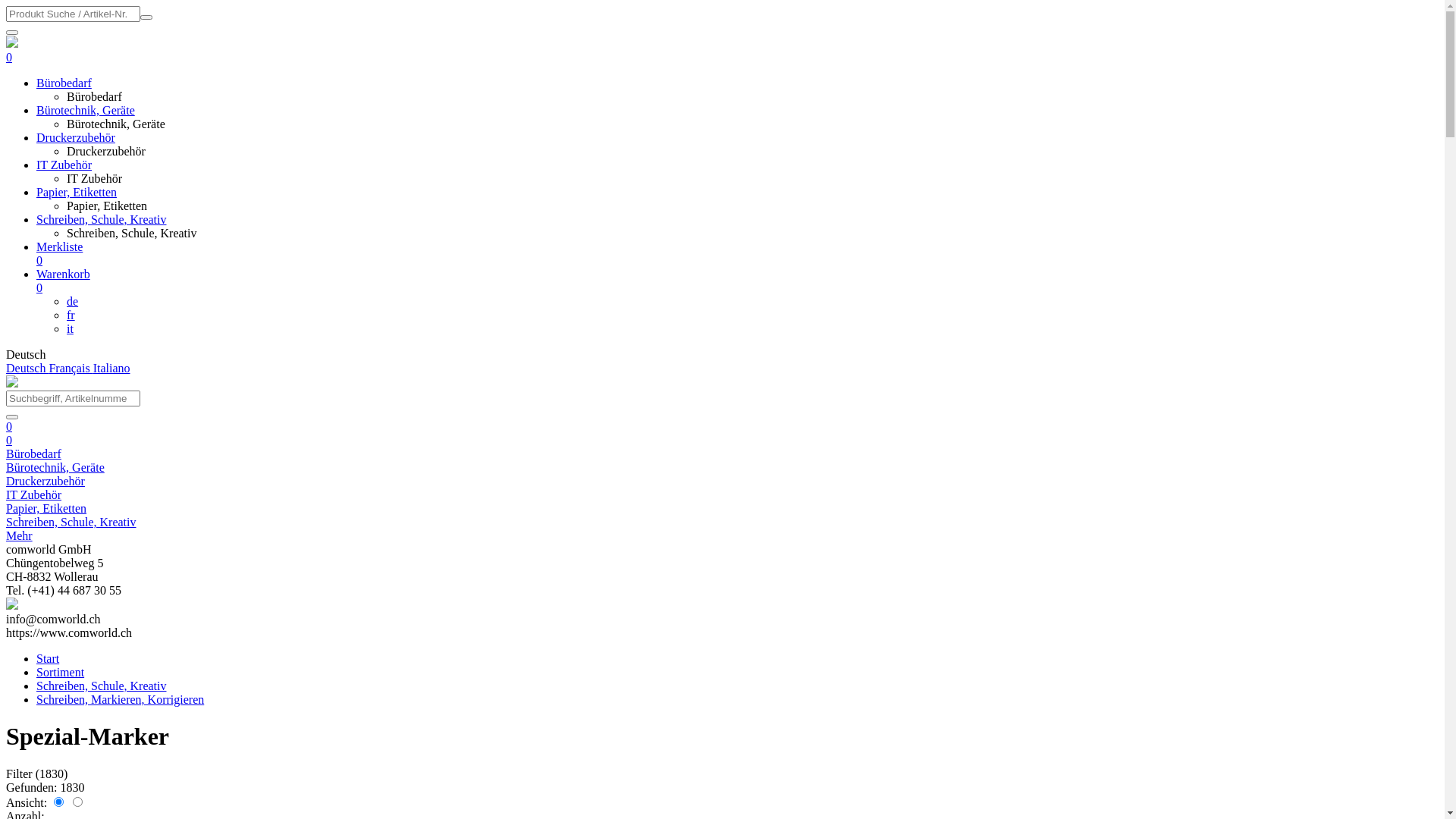  What do you see at coordinates (47, 657) in the screenshot?
I see `'Start'` at bounding box center [47, 657].